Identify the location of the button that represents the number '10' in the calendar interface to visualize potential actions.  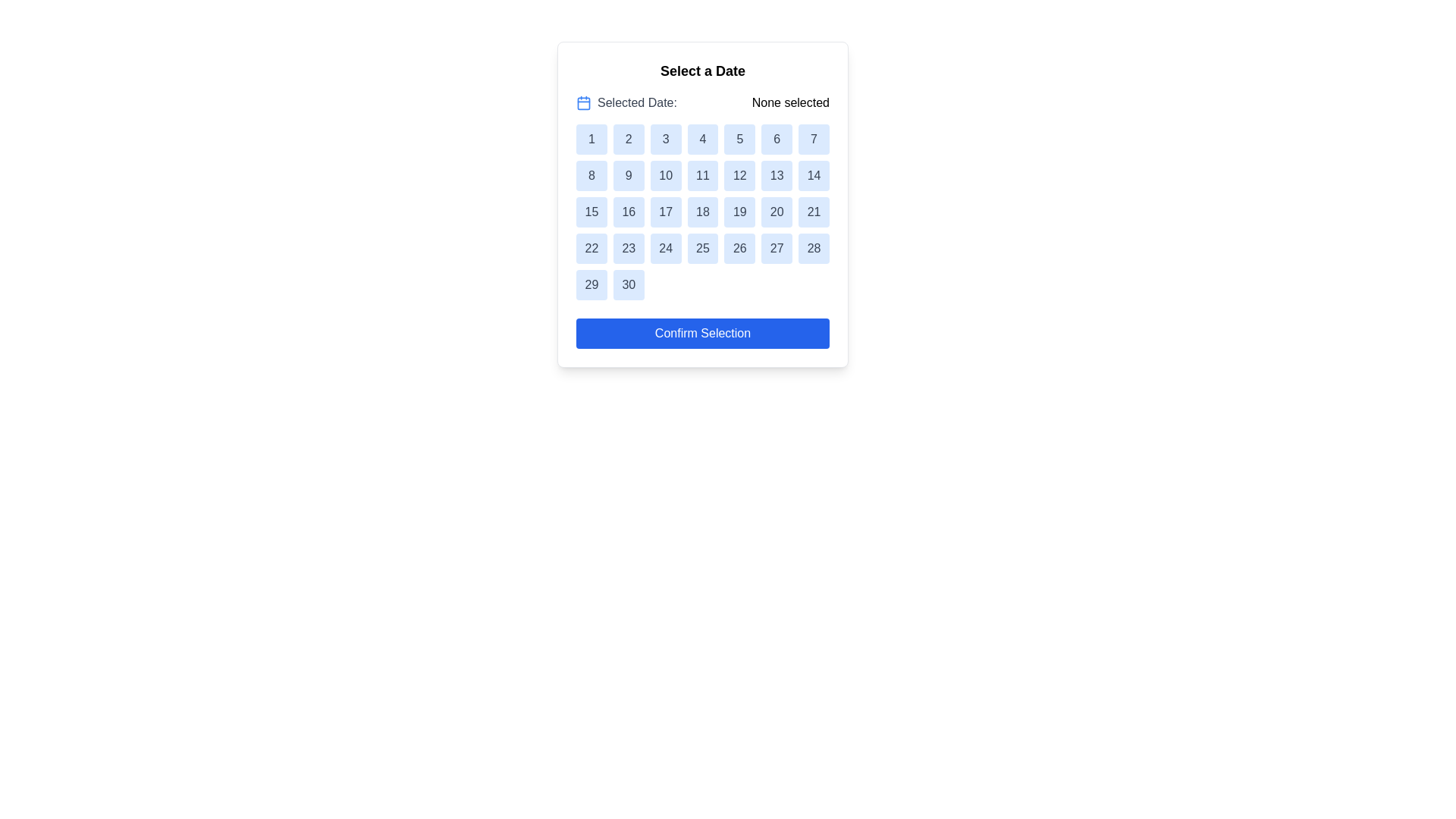
(666, 174).